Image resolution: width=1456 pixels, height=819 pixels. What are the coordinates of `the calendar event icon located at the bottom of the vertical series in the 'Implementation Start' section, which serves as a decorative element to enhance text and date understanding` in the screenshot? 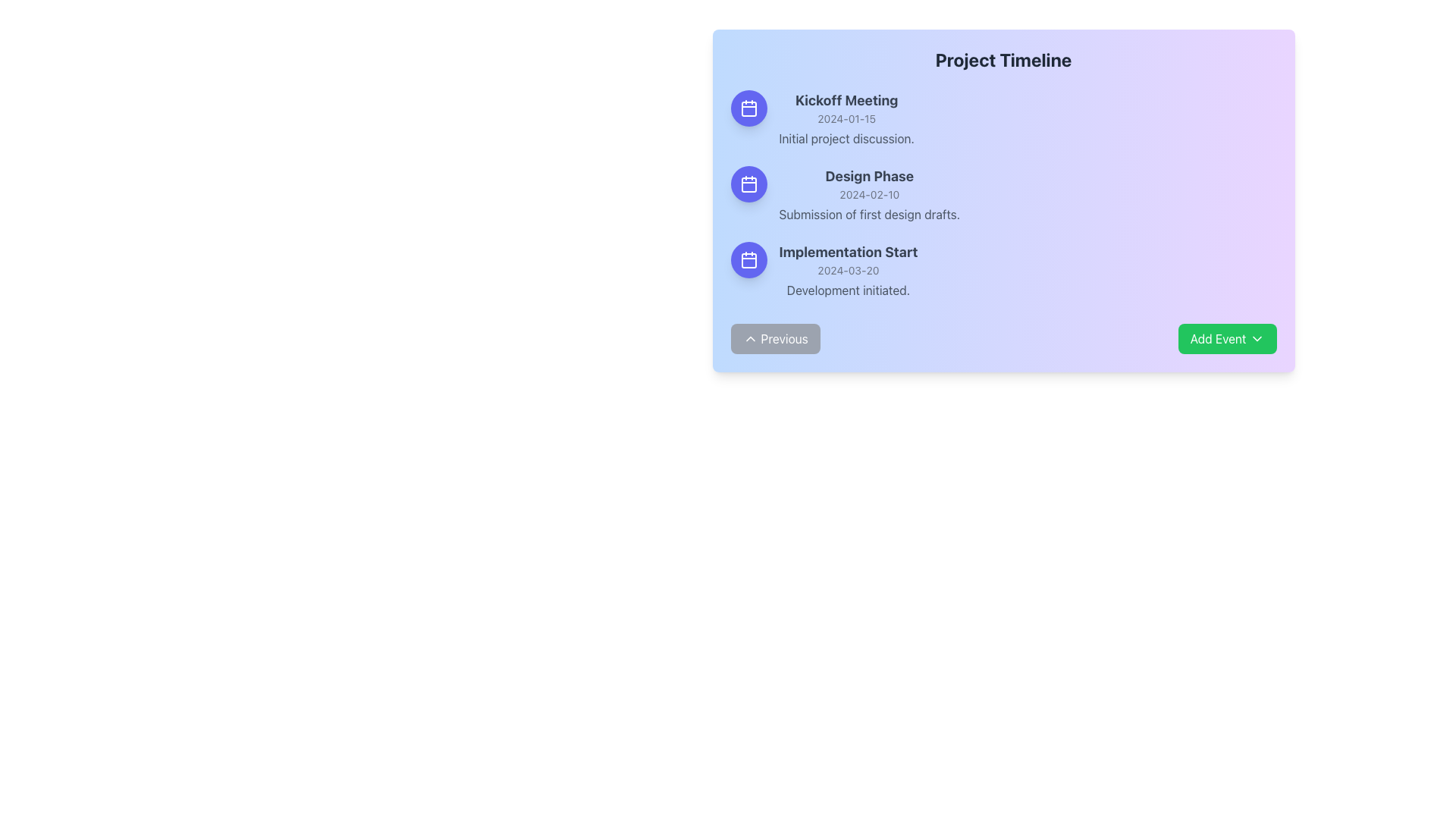 It's located at (748, 259).